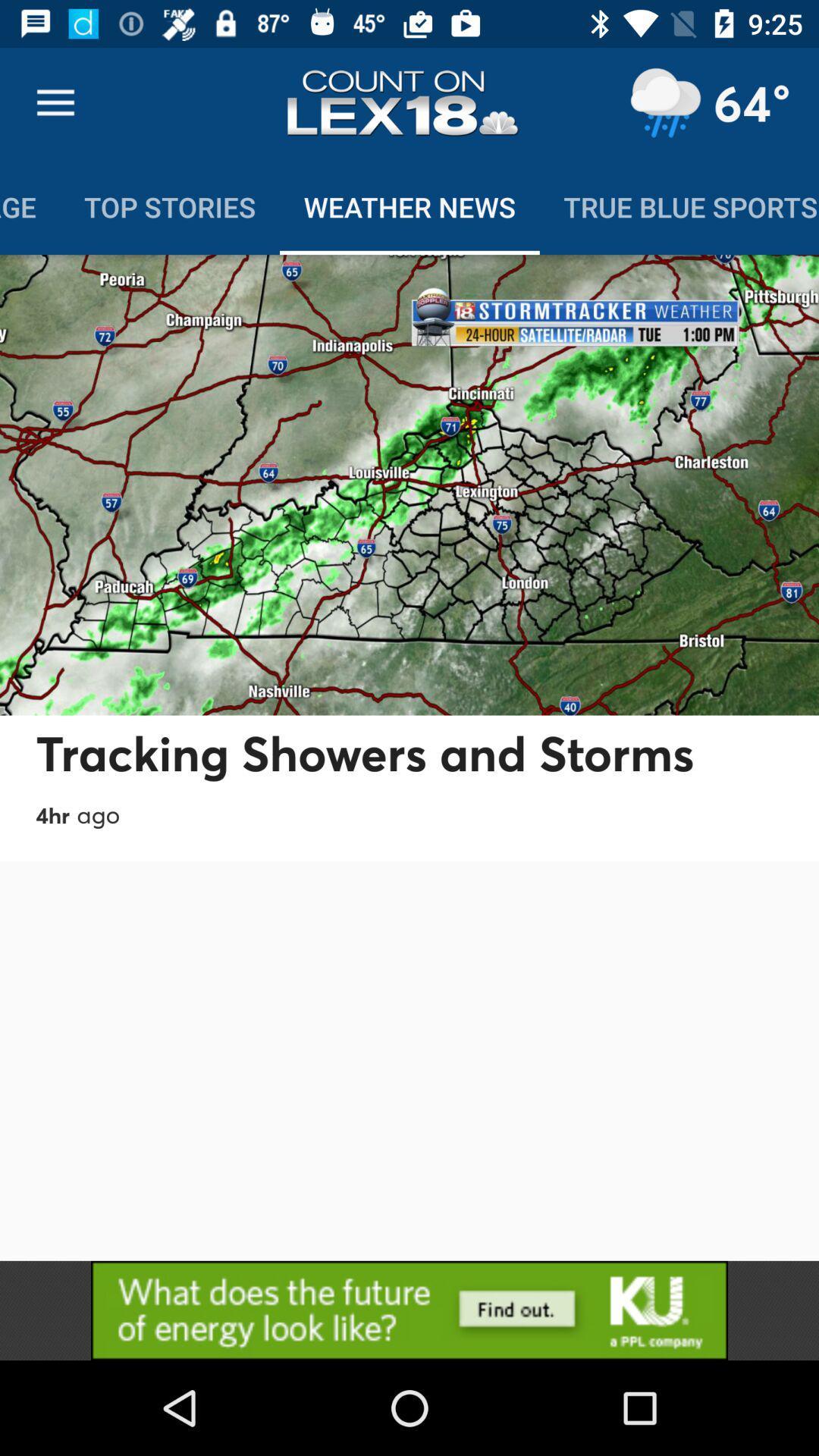 The height and width of the screenshot is (1456, 819). I want to click on its going to rain, so click(664, 102).